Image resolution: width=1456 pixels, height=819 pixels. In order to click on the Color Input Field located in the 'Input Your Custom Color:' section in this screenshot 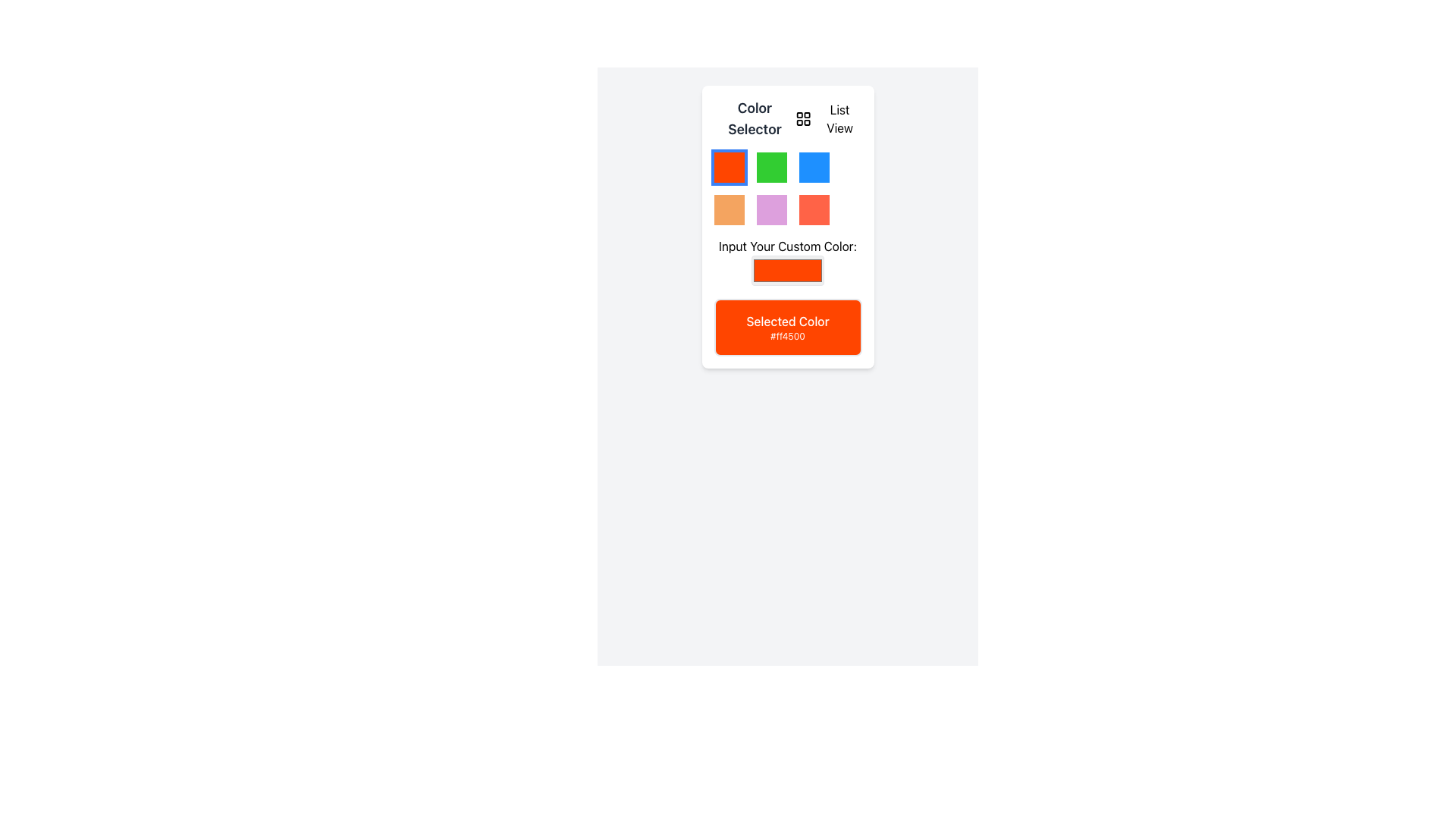, I will do `click(787, 270)`.